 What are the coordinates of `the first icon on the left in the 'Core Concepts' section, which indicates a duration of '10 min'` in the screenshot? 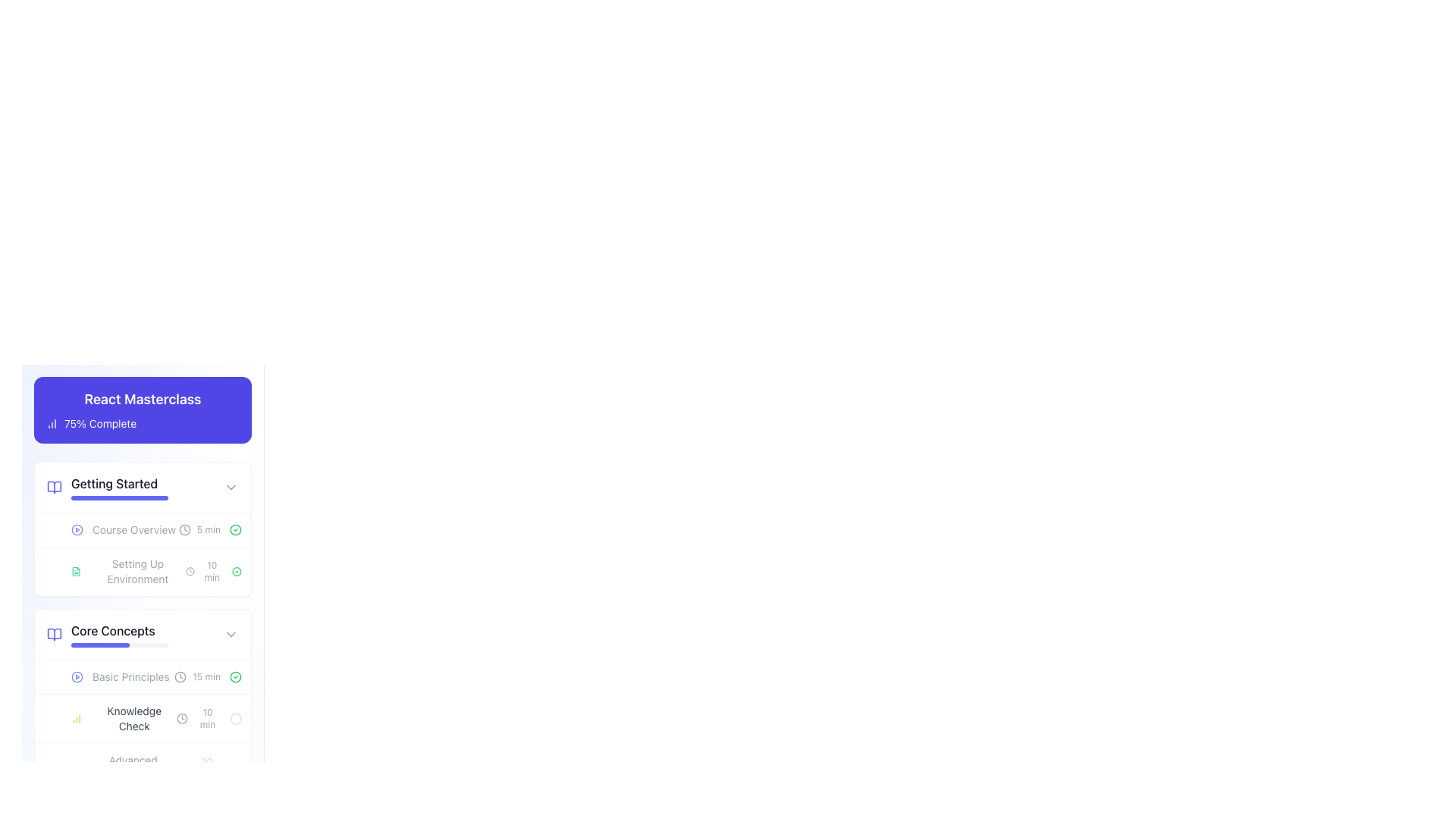 It's located at (182, 718).